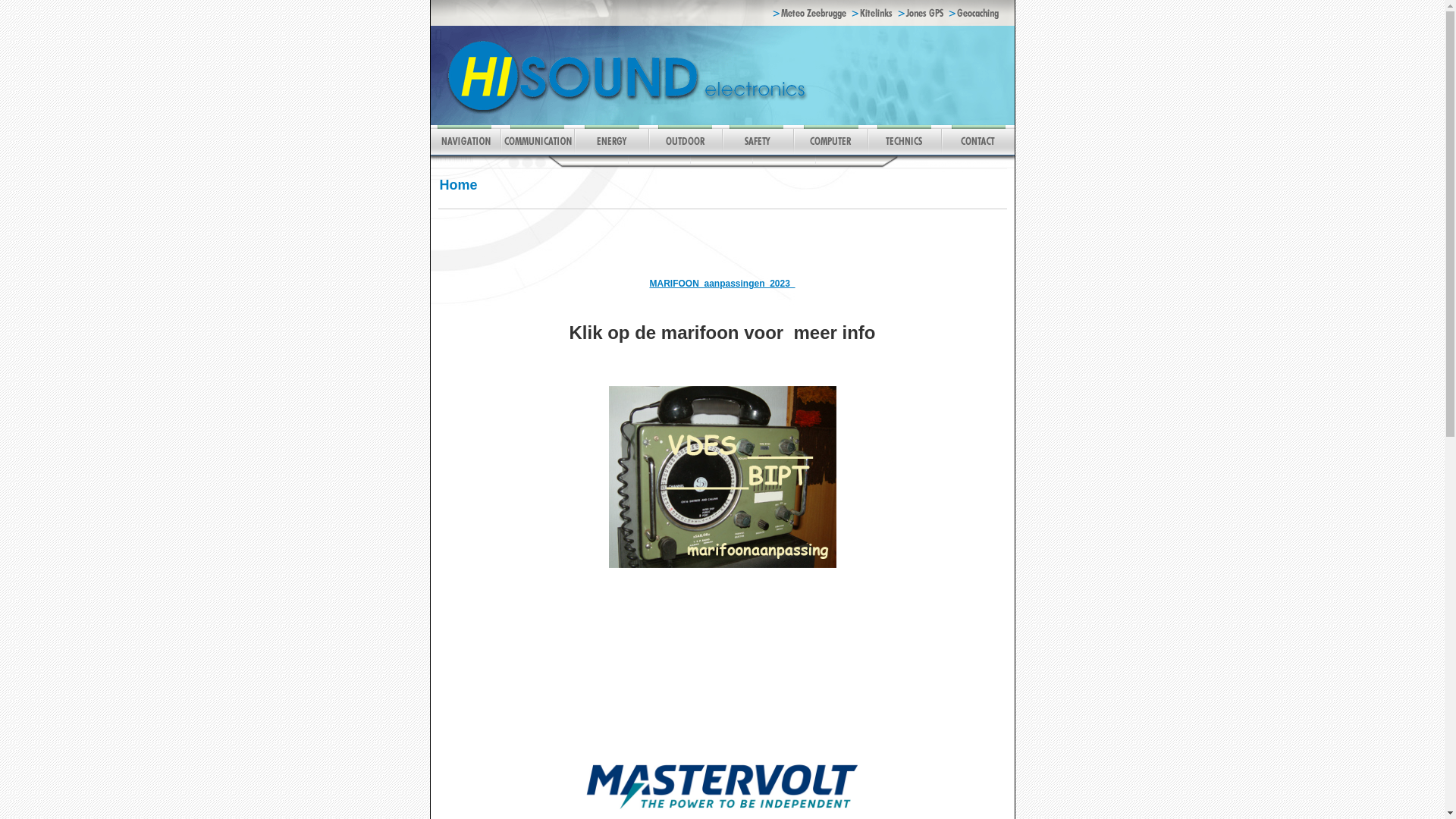  What do you see at coordinates (429, 152) in the screenshot?
I see `'Navigation'` at bounding box center [429, 152].